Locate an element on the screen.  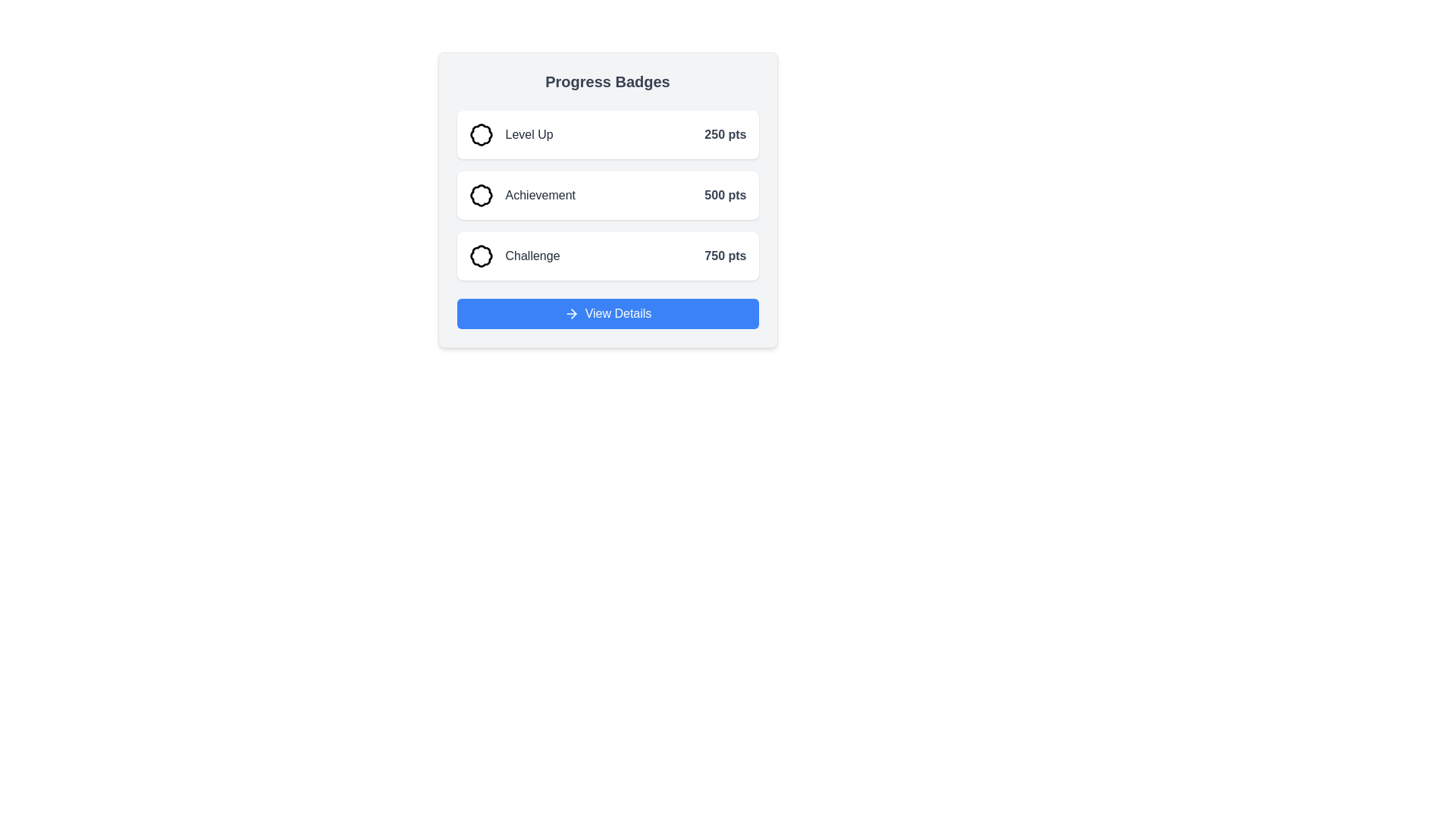
the blue button labeled 'View Details' with a right-pointing arrow icon is located at coordinates (618, 312).